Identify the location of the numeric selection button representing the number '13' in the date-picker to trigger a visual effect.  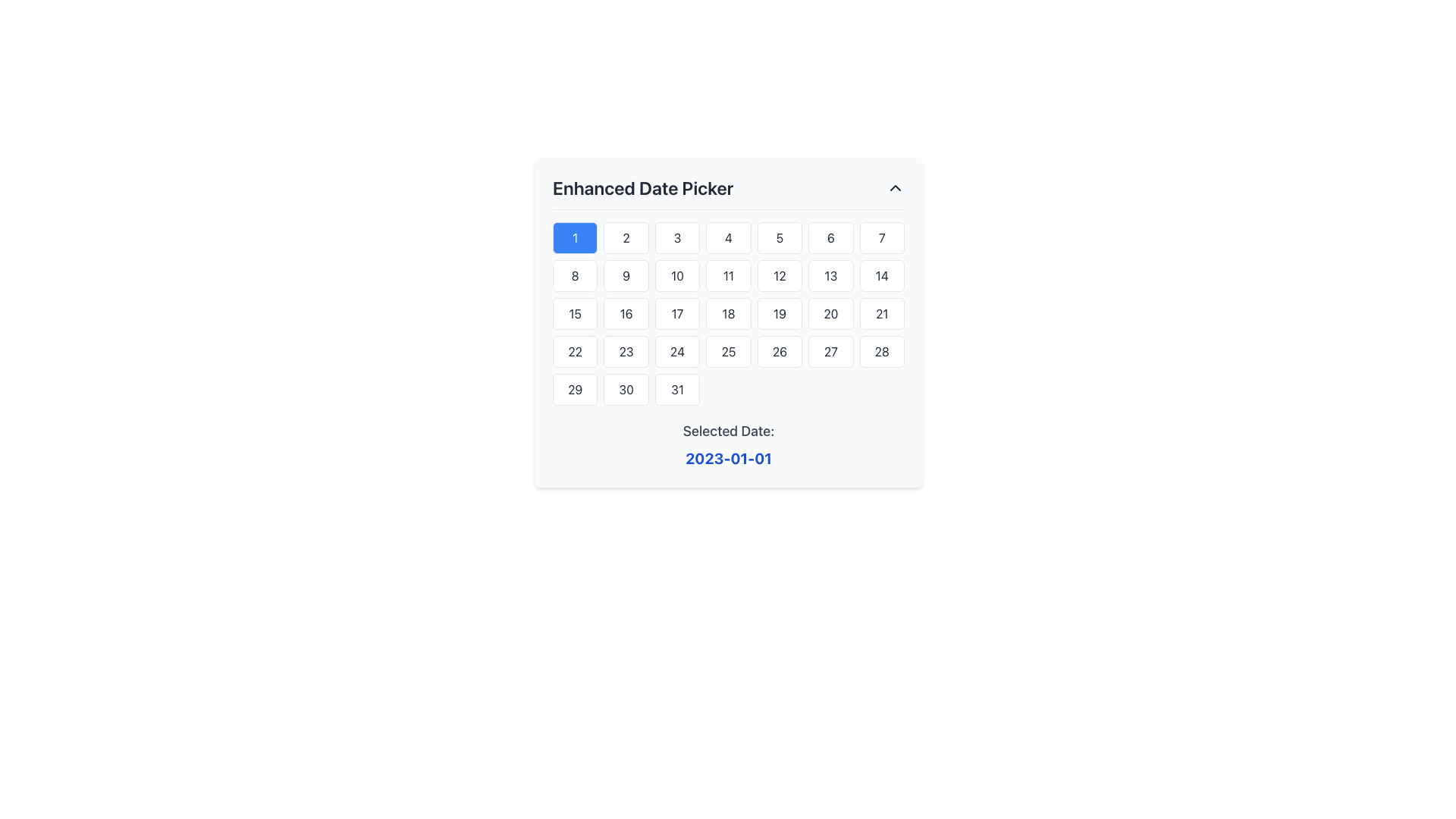
(830, 275).